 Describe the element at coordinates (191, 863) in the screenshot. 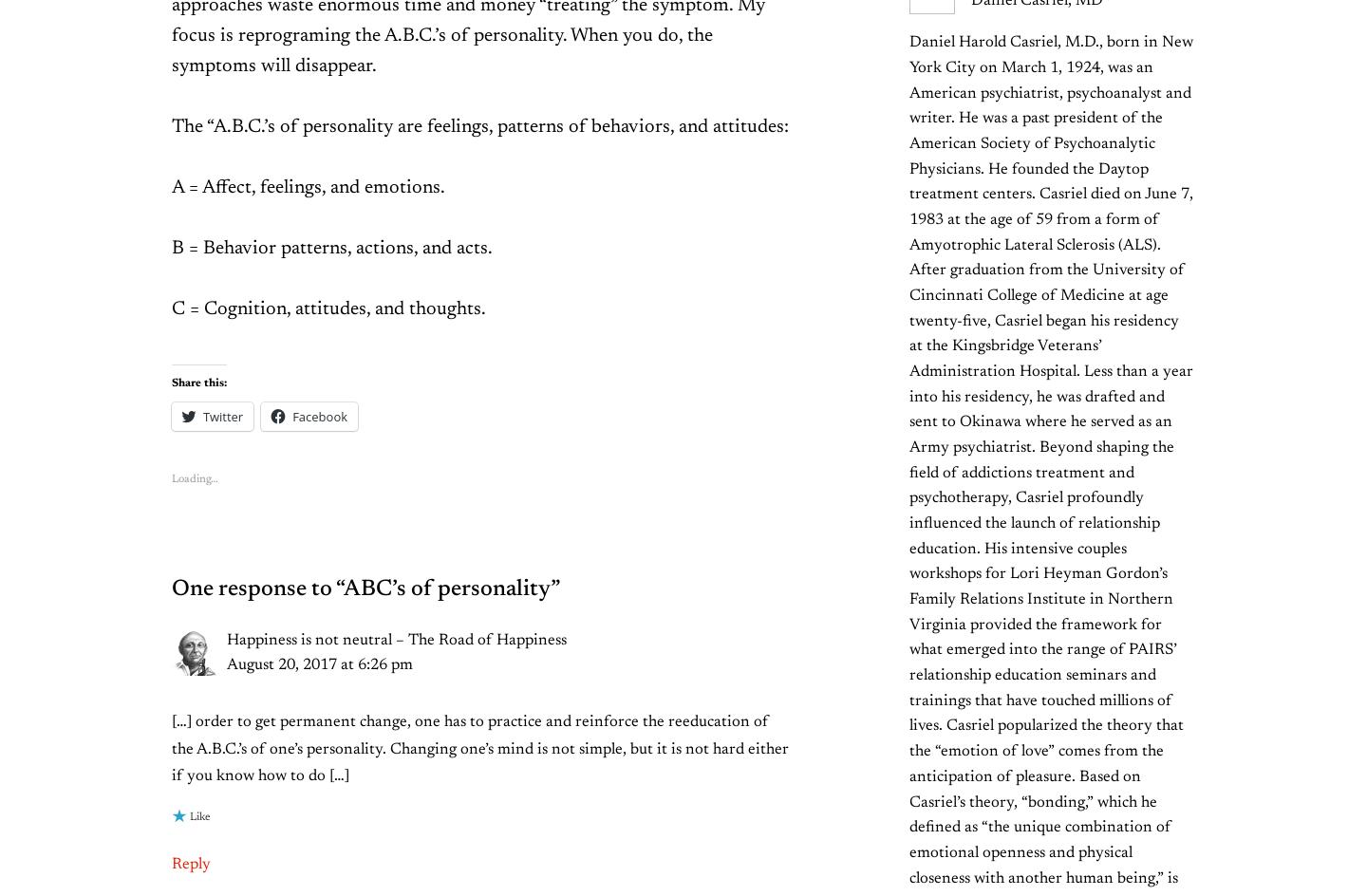

I see `'Reply'` at that location.